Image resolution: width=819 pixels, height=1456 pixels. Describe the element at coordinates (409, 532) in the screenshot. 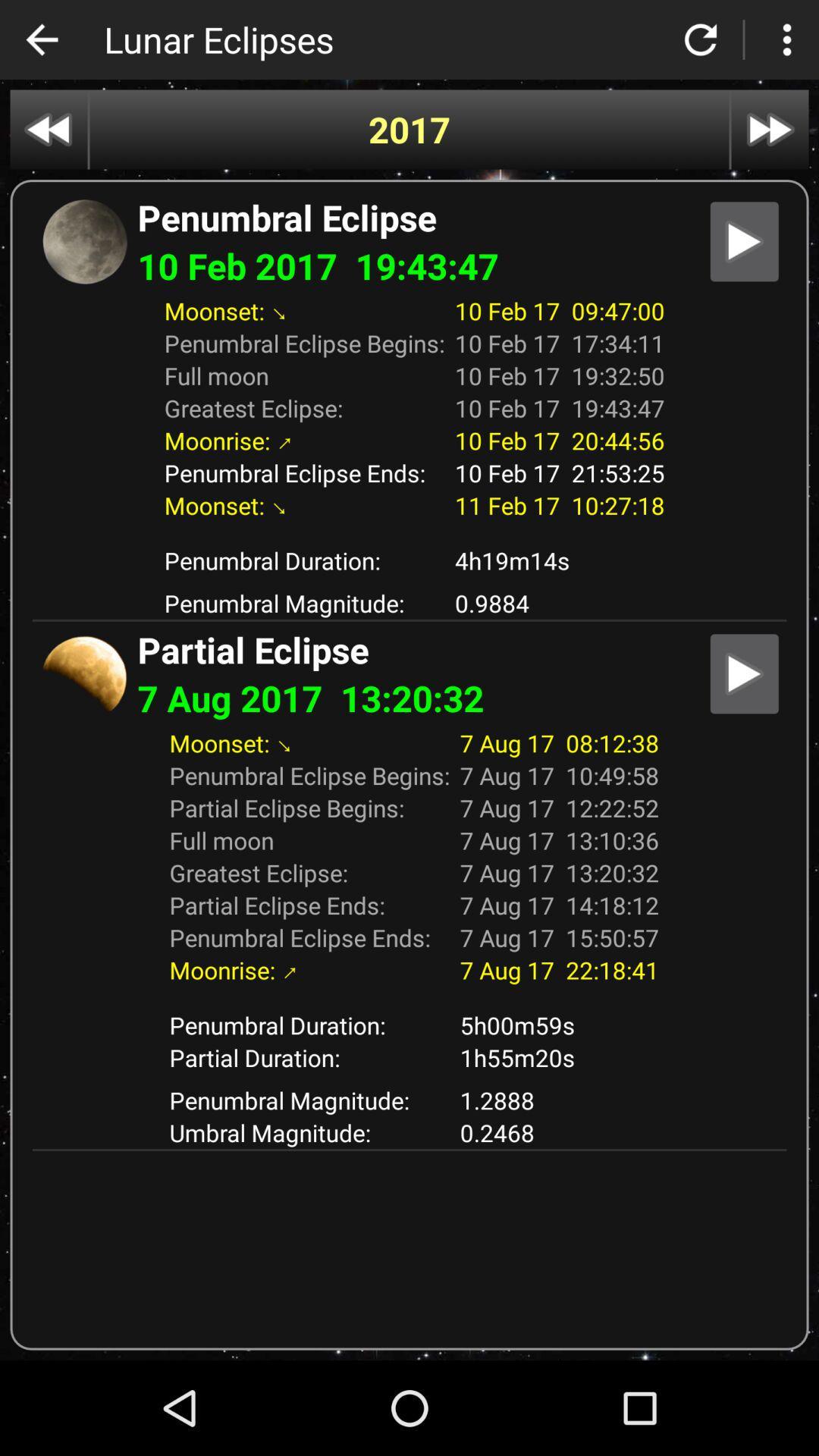

I see `the icon above the penumbral duration:` at that location.